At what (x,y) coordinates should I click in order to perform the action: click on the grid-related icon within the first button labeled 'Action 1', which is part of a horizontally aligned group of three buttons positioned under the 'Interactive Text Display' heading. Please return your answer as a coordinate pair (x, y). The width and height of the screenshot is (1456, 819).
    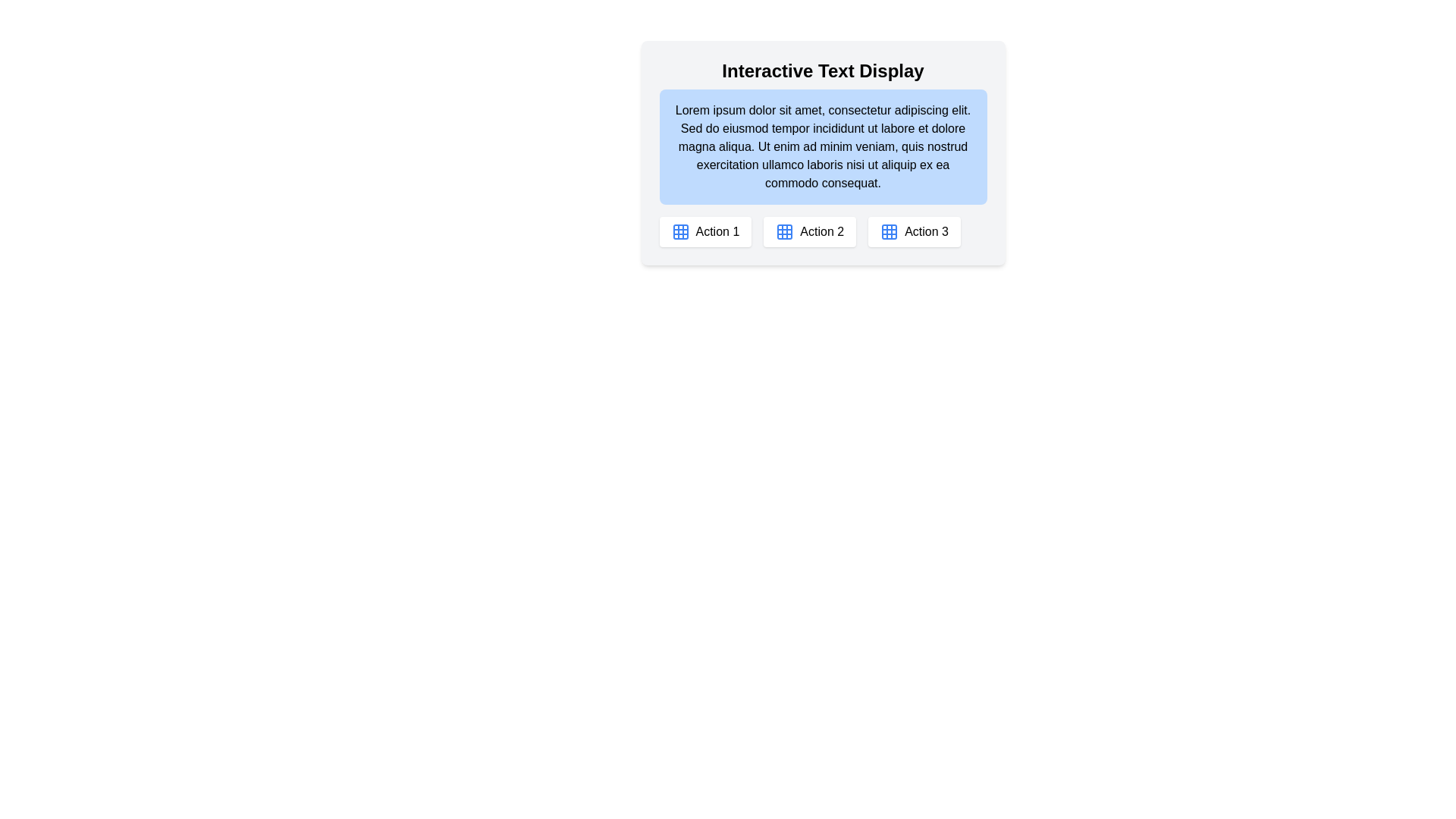
    Looking at the image, I should click on (679, 231).